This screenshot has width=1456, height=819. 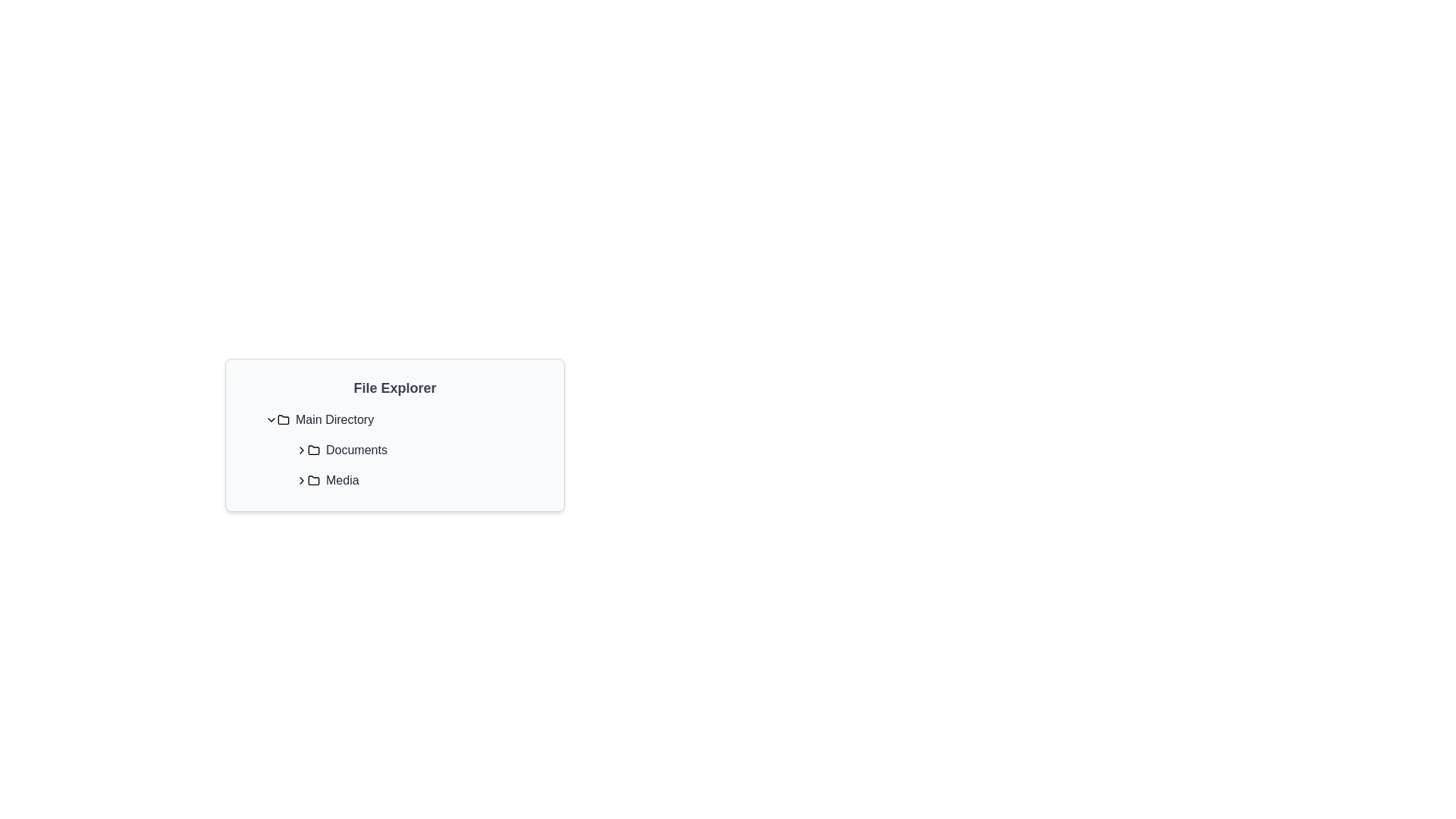 What do you see at coordinates (284, 419) in the screenshot?
I see `the minimalist folder icon located to the left of the 'Main Directory' label in the file explorer interface` at bounding box center [284, 419].